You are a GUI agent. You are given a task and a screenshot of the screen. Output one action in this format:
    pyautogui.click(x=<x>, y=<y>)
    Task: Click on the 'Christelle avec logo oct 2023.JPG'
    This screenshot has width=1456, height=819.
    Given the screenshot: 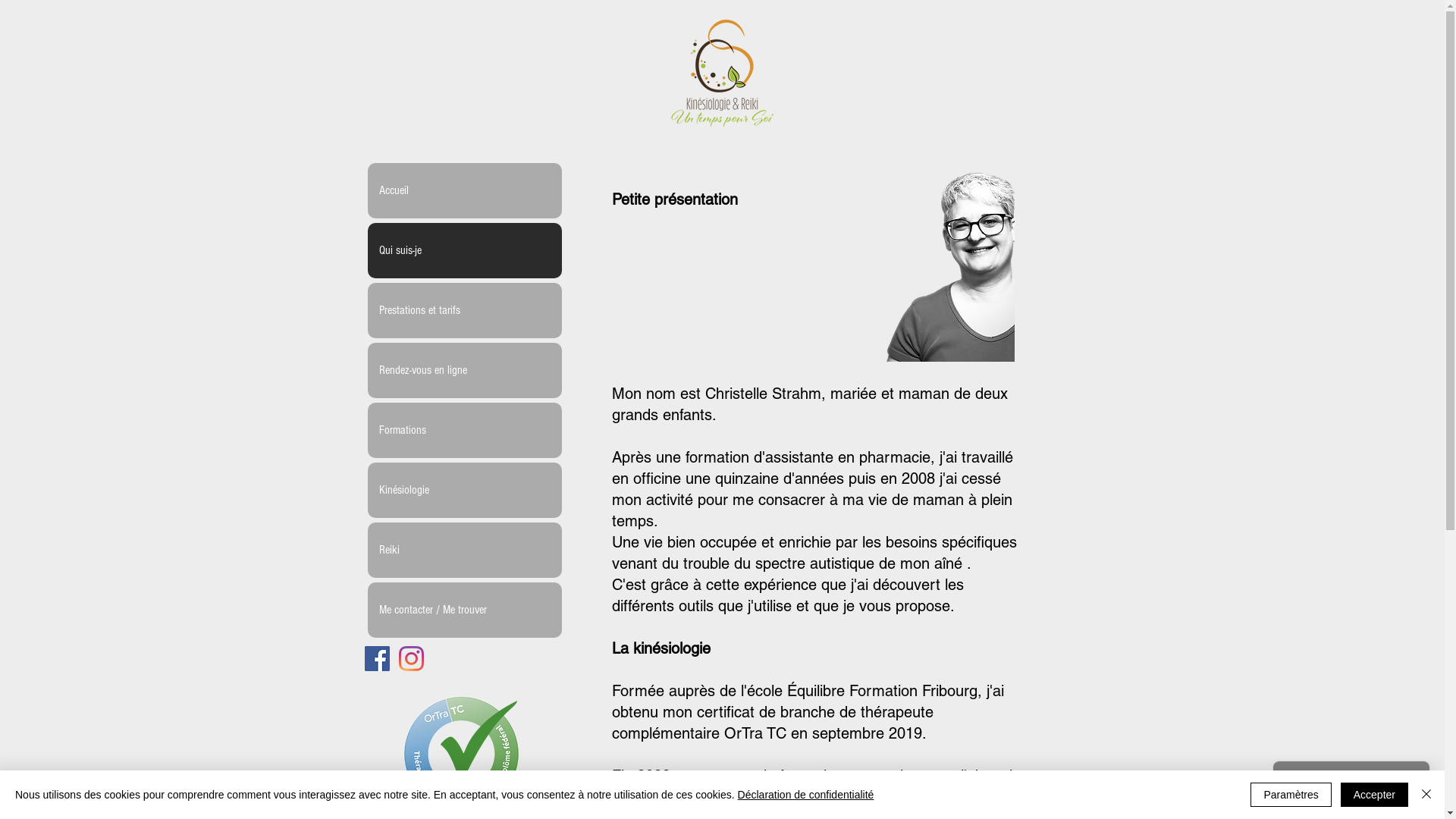 What is the action you would take?
    pyautogui.click(x=934, y=253)
    